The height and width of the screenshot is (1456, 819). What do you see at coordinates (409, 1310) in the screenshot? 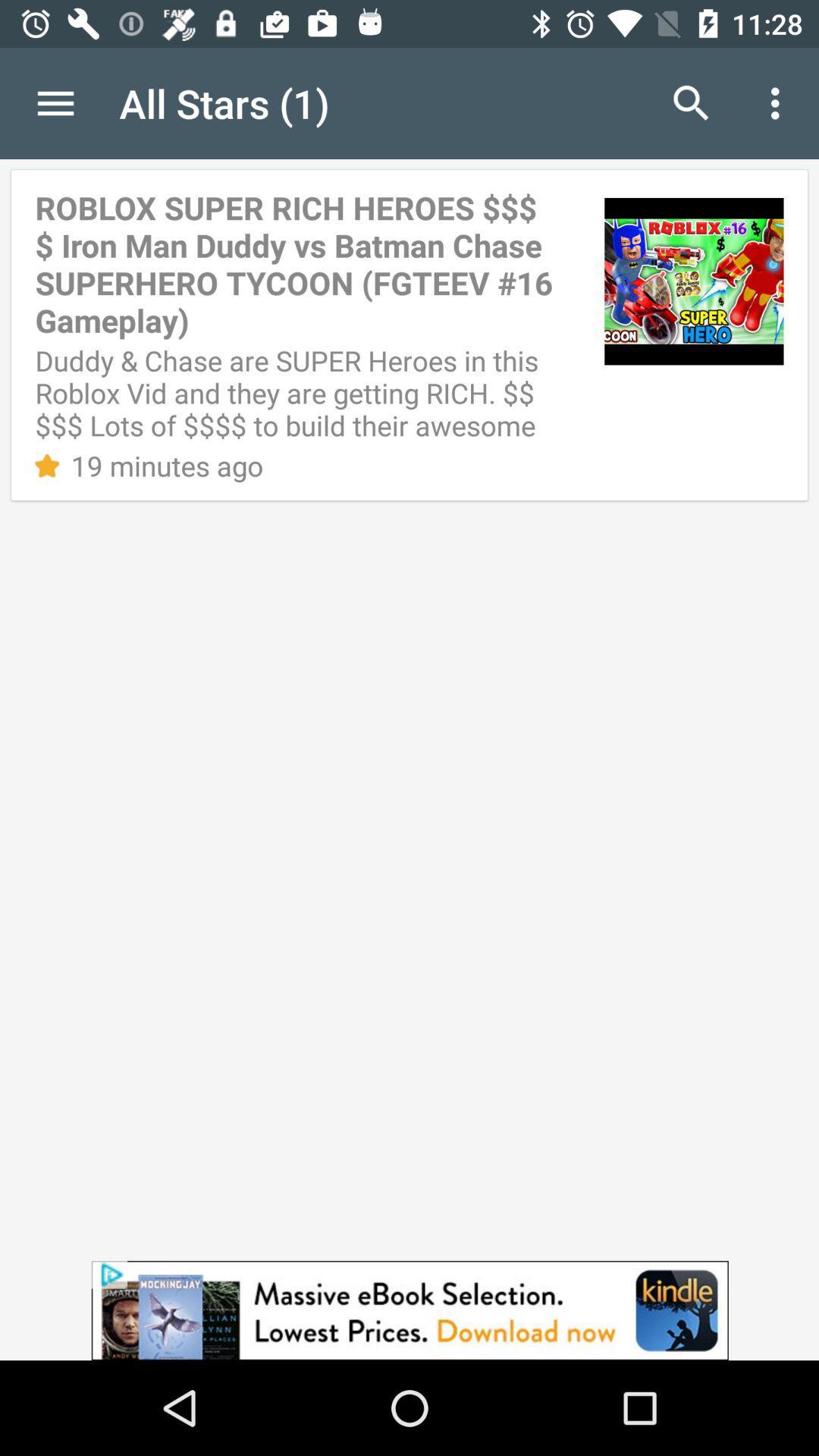
I see `the advertisement page` at bounding box center [409, 1310].